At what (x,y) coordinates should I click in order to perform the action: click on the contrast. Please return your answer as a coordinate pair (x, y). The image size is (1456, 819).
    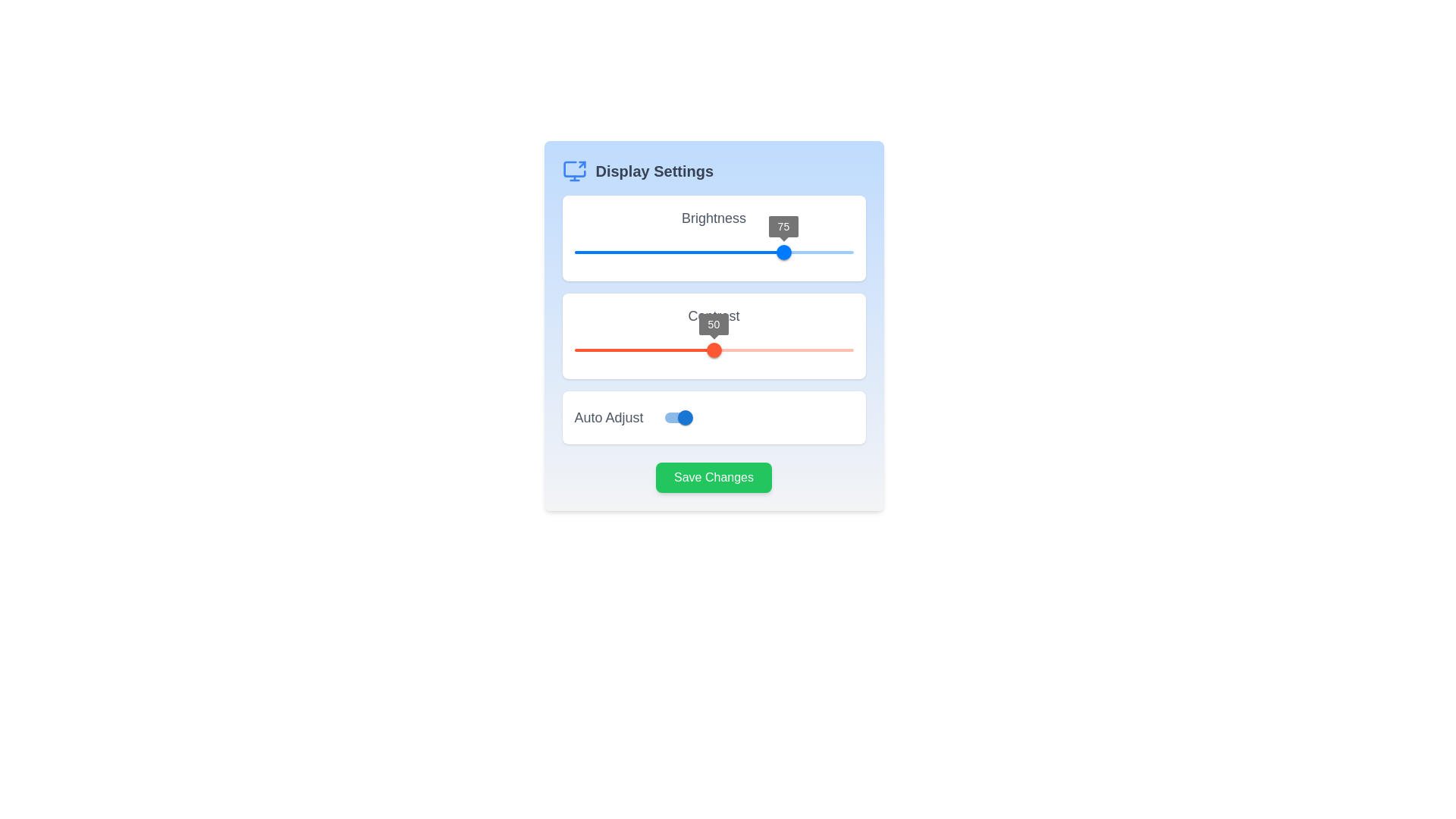
    Looking at the image, I should click on (734, 350).